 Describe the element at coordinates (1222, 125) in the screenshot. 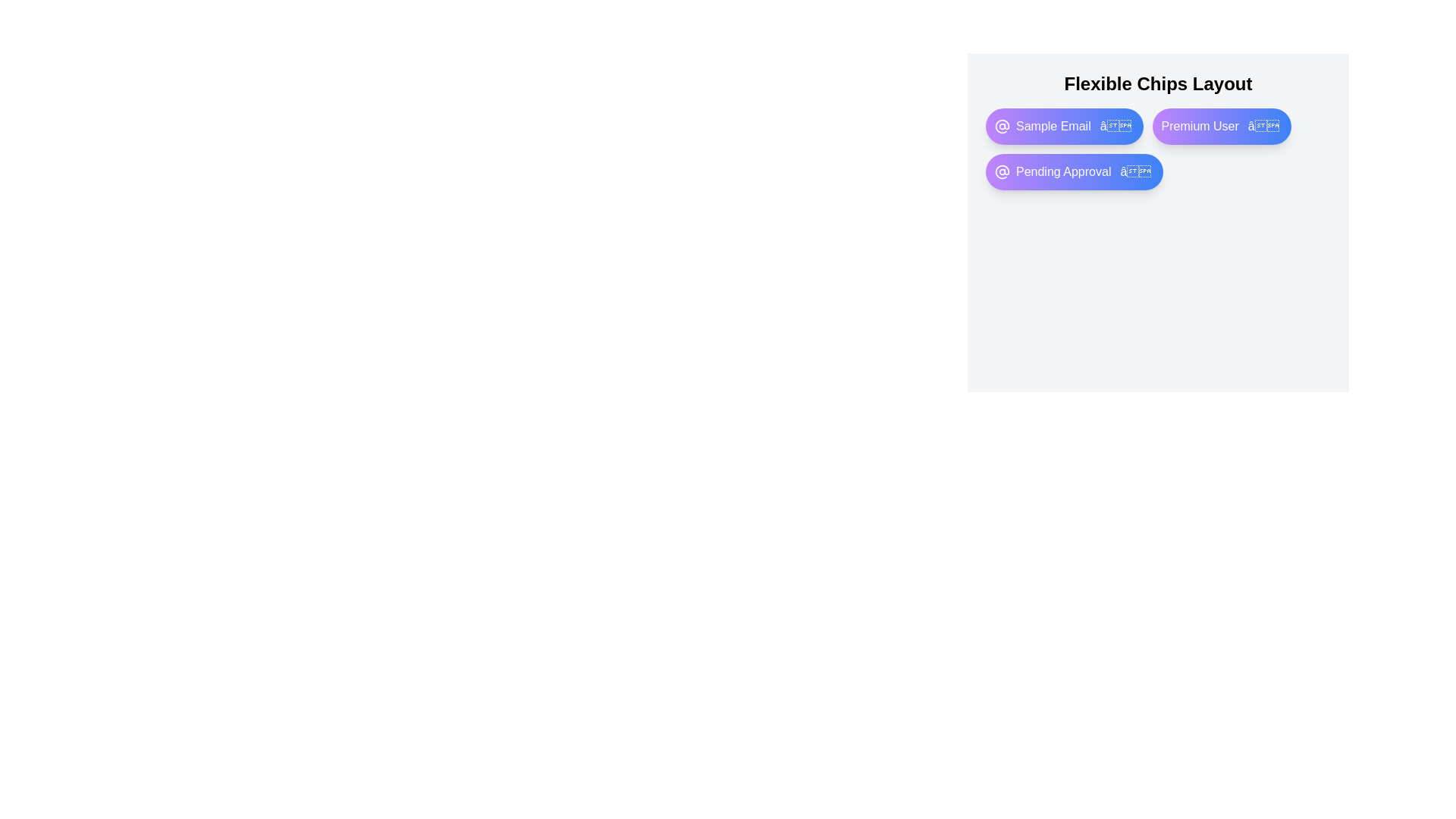

I see `the chip labeled 'Premium User'` at that location.